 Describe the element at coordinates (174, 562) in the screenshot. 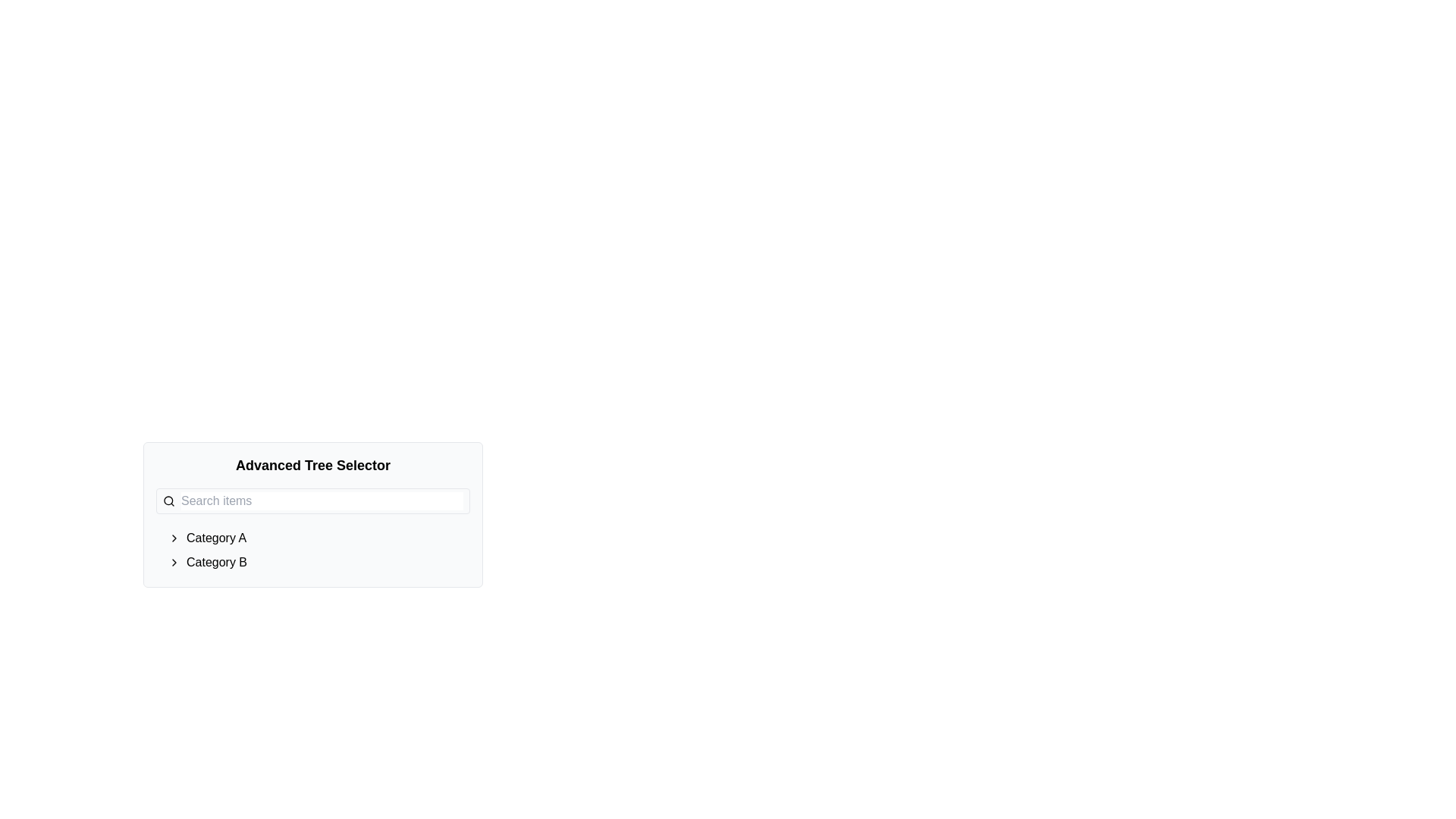

I see `the Chevron icon that serves as a toggle for expanding the 'Category B' section` at that location.